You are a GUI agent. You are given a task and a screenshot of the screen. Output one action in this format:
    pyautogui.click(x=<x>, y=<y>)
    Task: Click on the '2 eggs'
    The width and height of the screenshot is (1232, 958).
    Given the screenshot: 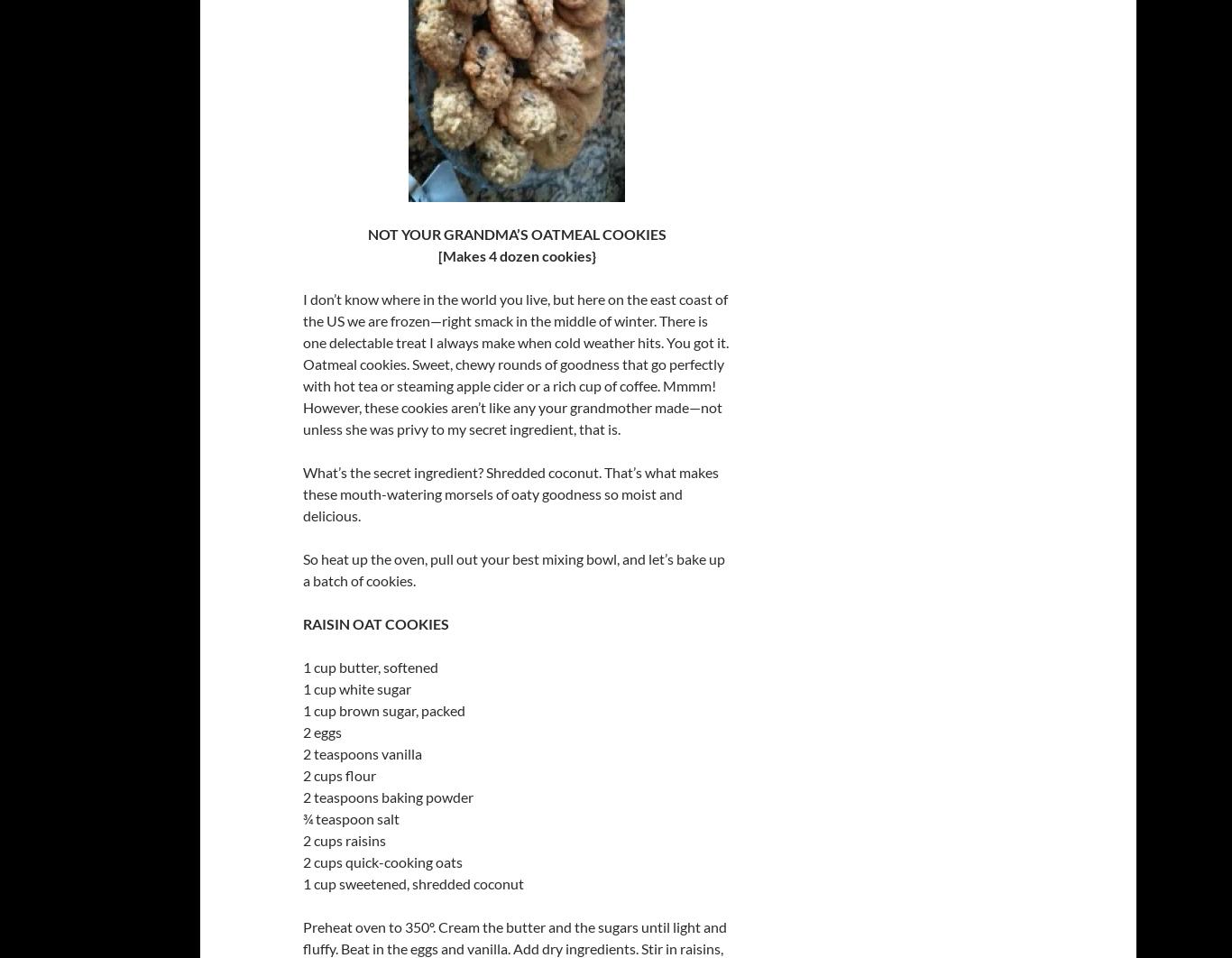 What is the action you would take?
    pyautogui.click(x=321, y=731)
    